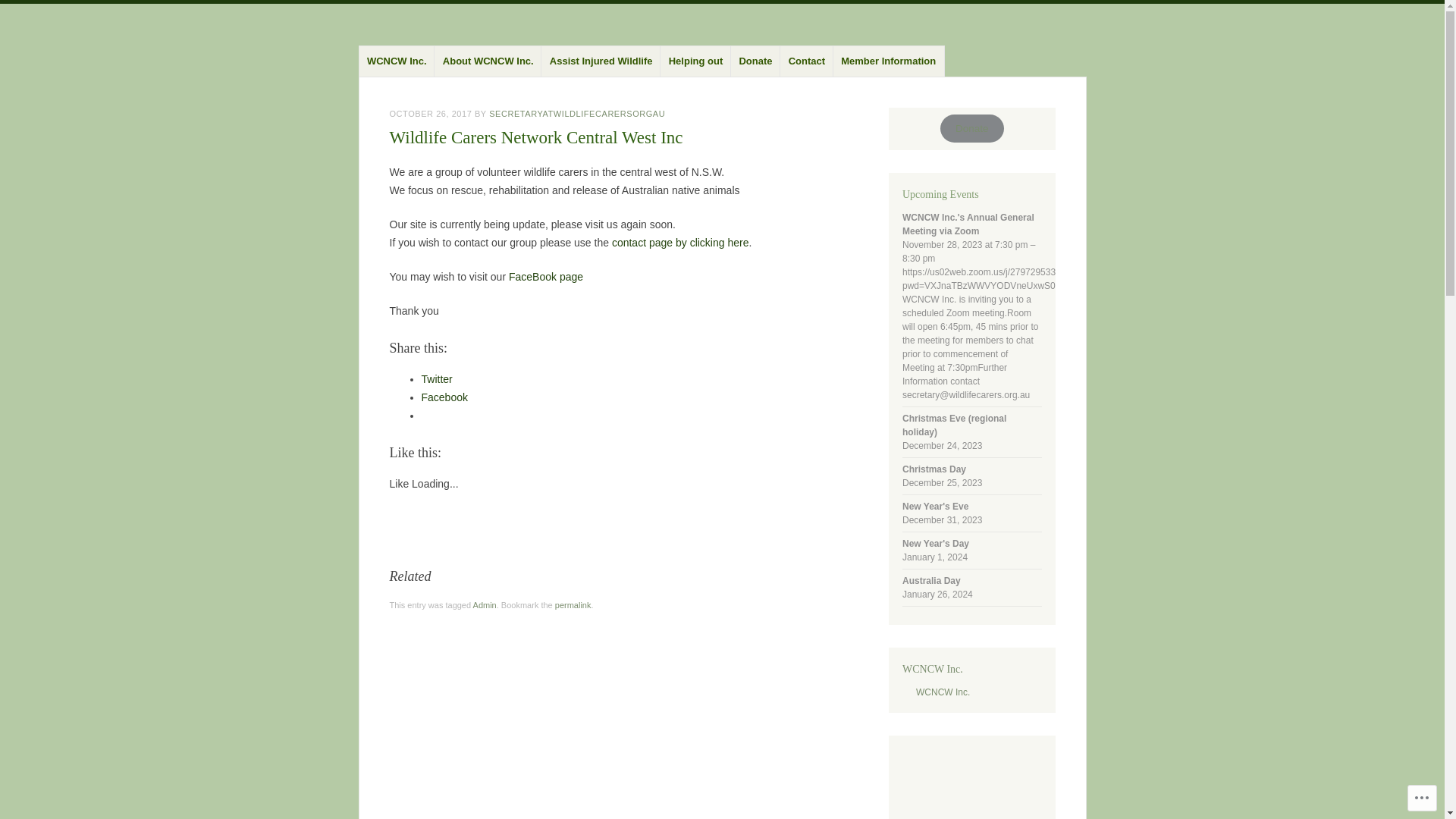 This screenshot has height=819, width=1456. I want to click on 'About WCNCW Inc.', so click(432, 61).